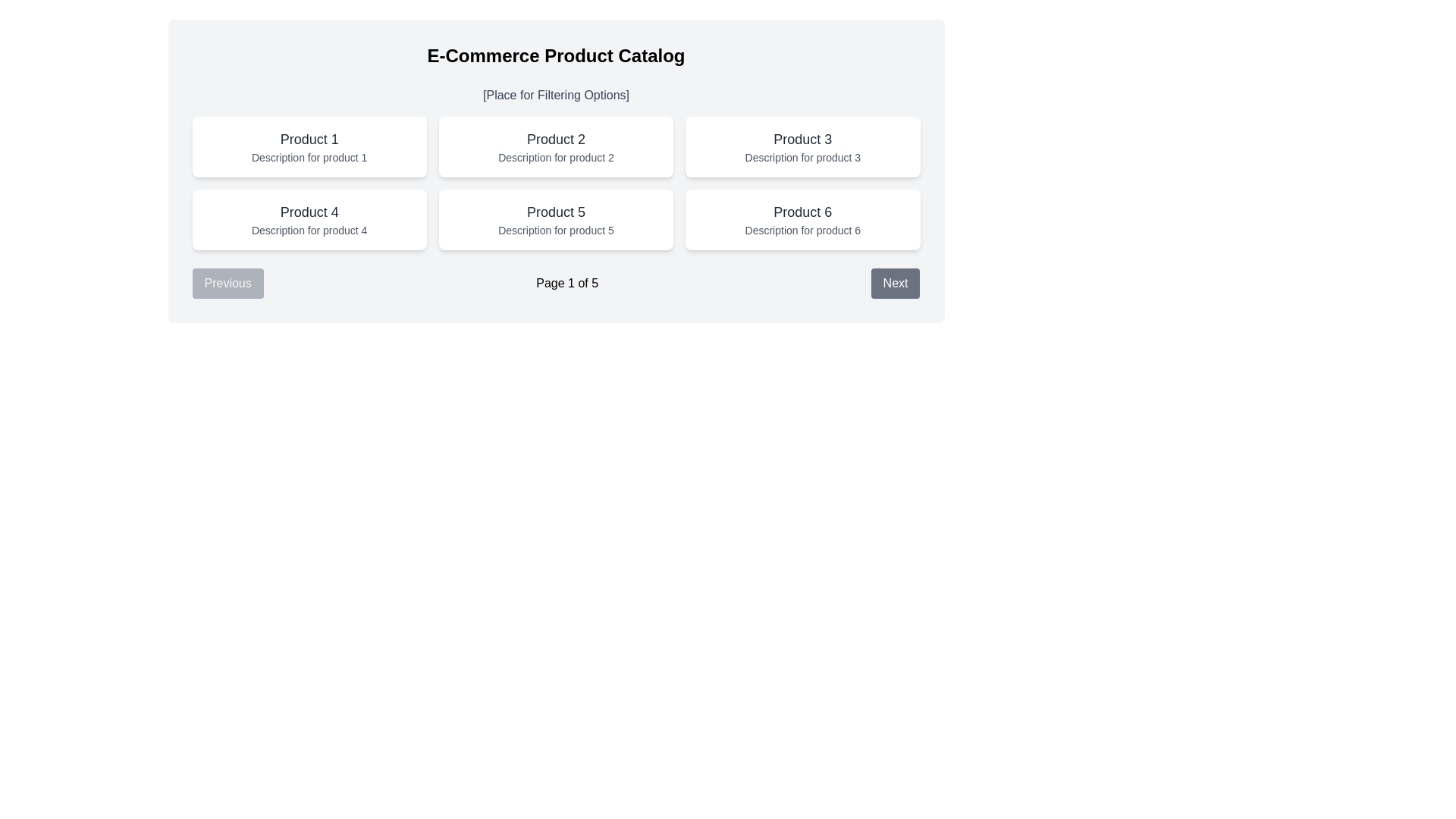 The width and height of the screenshot is (1456, 819). What do you see at coordinates (802, 140) in the screenshot?
I see `text label displaying the product title located in the third card of the second position in the first row of a two-by-three grid layout` at bounding box center [802, 140].